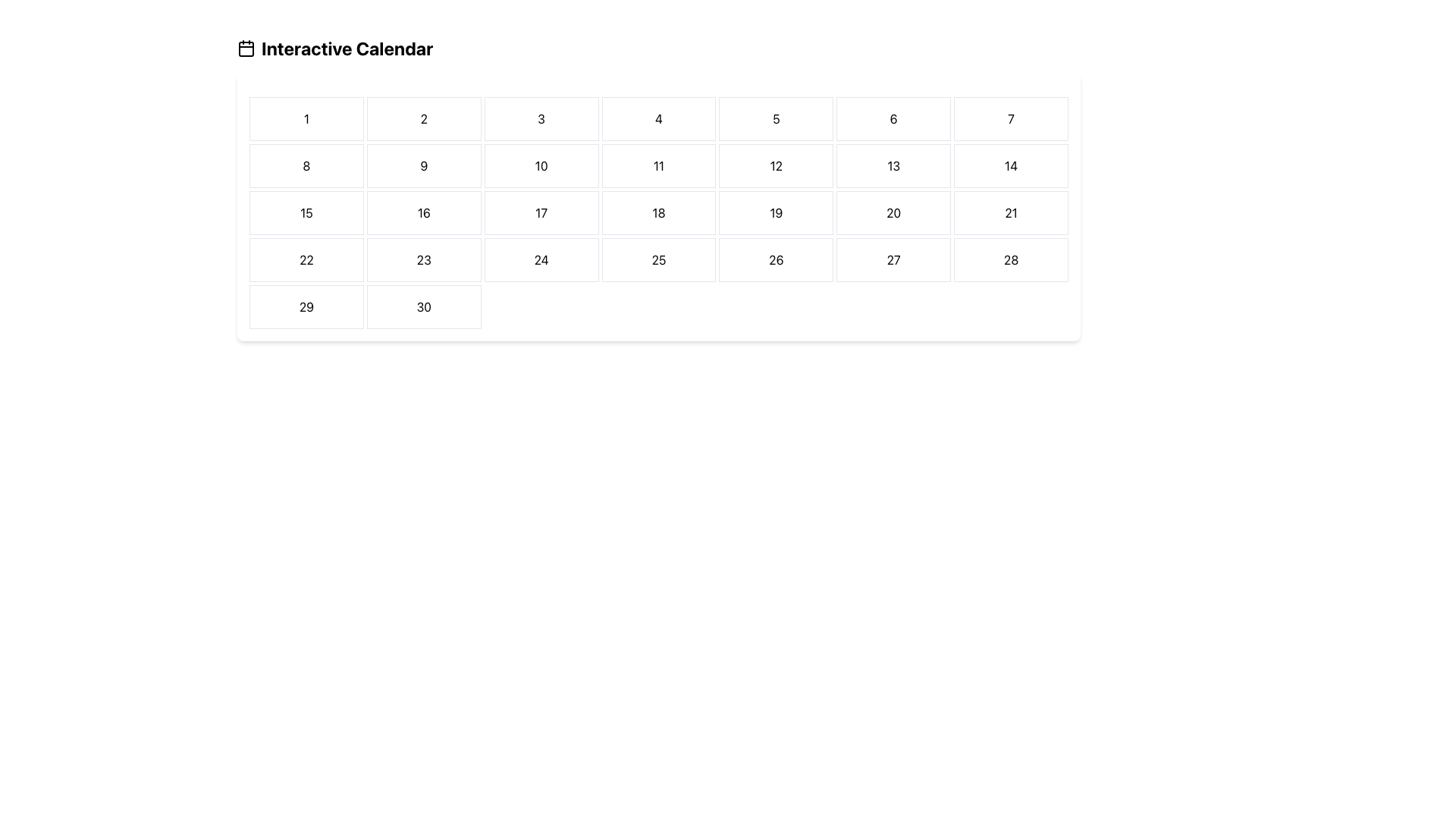 The height and width of the screenshot is (819, 1456). What do you see at coordinates (893, 166) in the screenshot?
I see `the grid cell displaying the numeral '13'` at bounding box center [893, 166].